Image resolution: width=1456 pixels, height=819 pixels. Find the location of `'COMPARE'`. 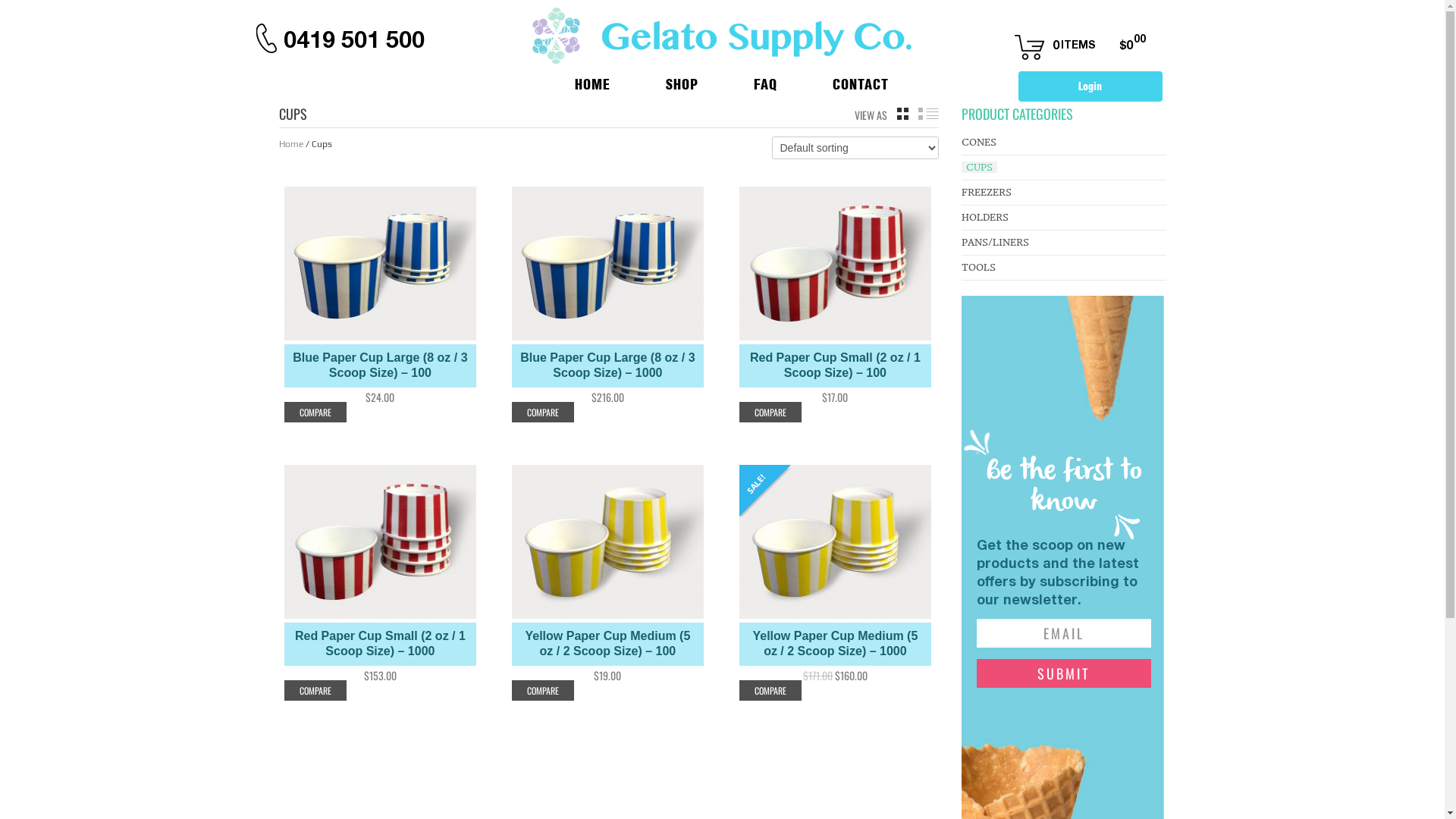

'COMPARE' is located at coordinates (313, 412).